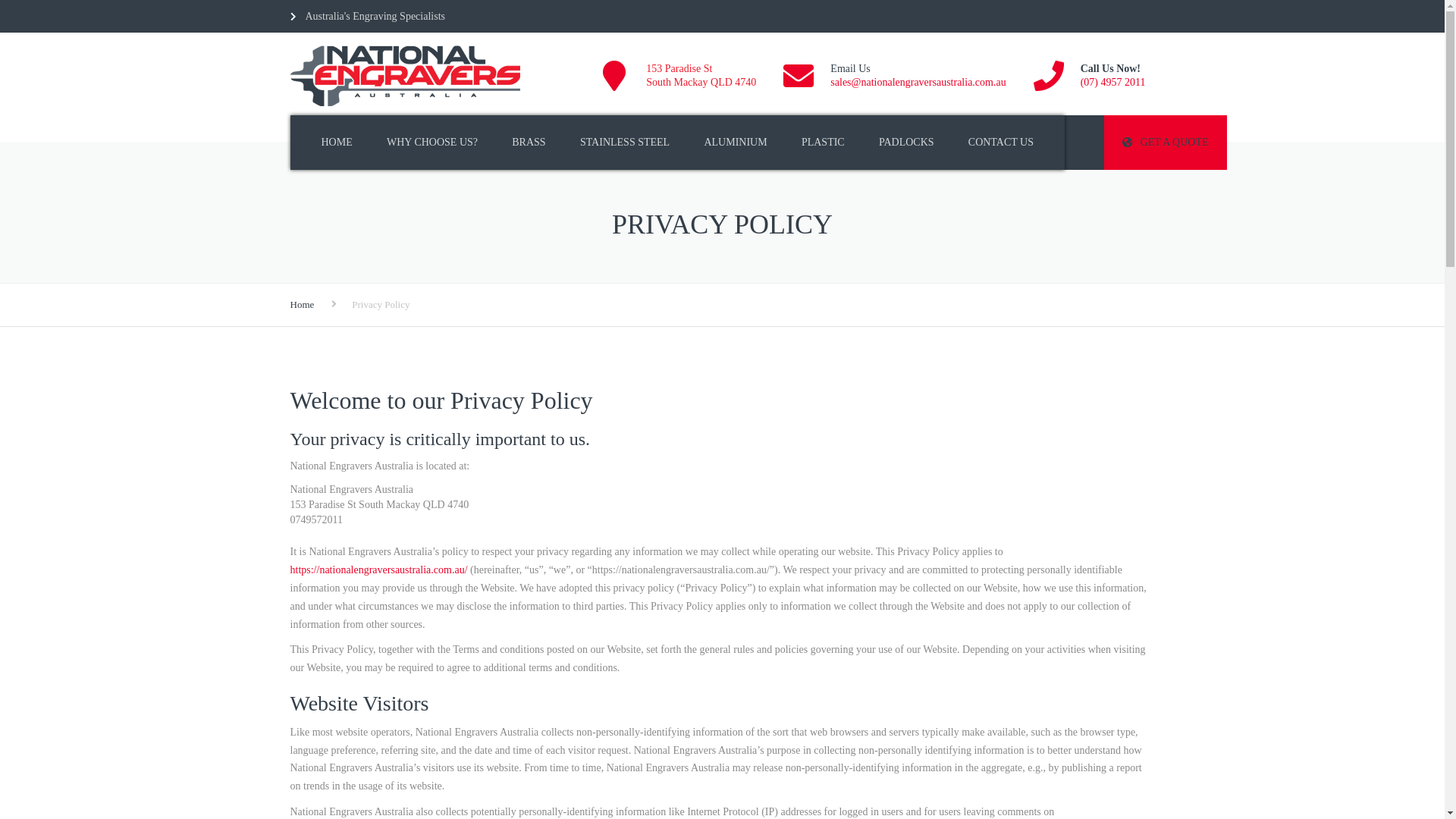  What do you see at coordinates (917, 82) in the screenshot?
I see `'sales@nationalengraversaustralia.com.au'` at bounding box center [917, 82].